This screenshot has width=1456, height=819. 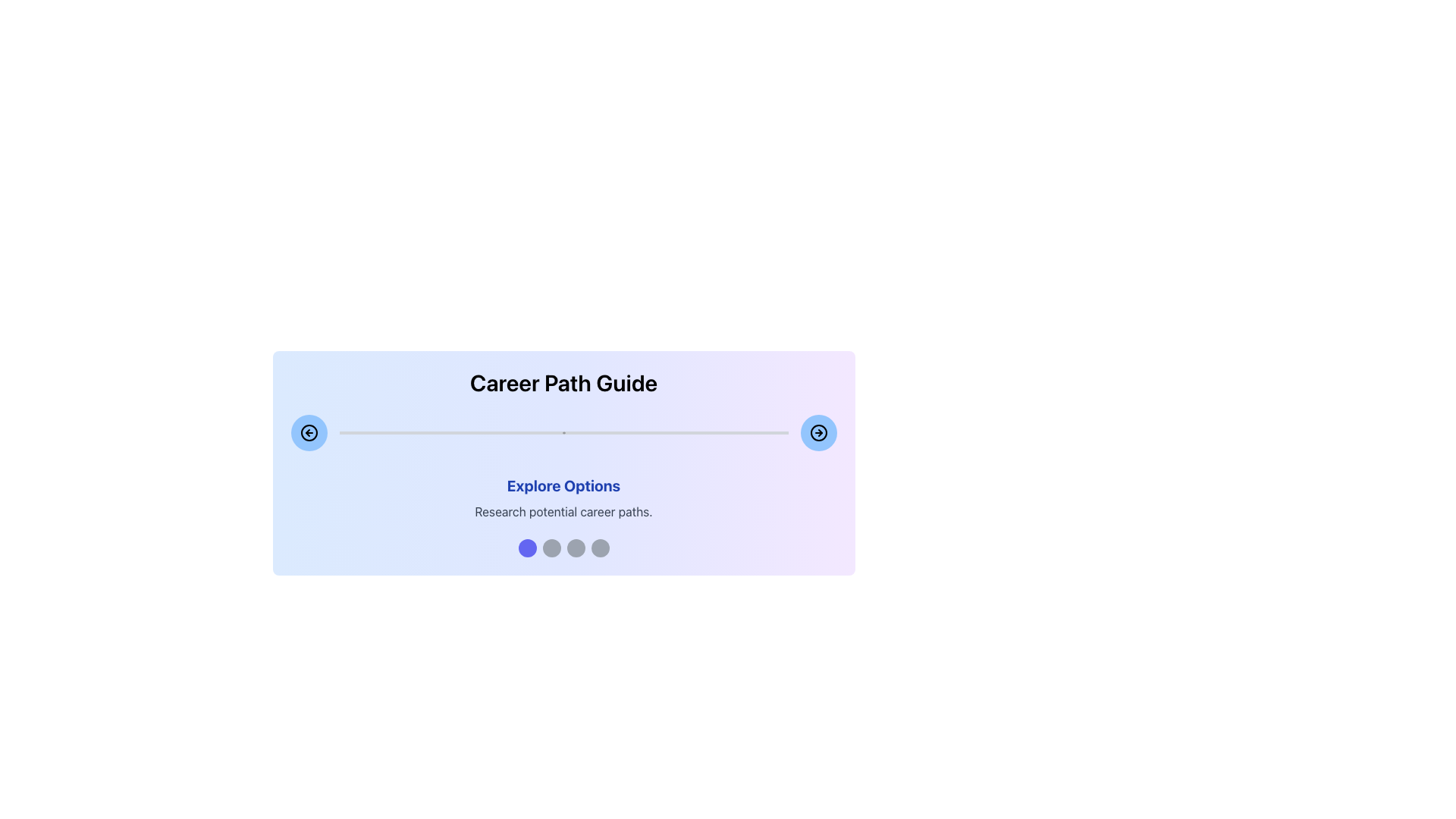 What do you see at coordinates (563, 548) in the screenshot?
I see `the specific circle in the Progress Indicator with Interactive Steps` at bounding box center [563, 548].